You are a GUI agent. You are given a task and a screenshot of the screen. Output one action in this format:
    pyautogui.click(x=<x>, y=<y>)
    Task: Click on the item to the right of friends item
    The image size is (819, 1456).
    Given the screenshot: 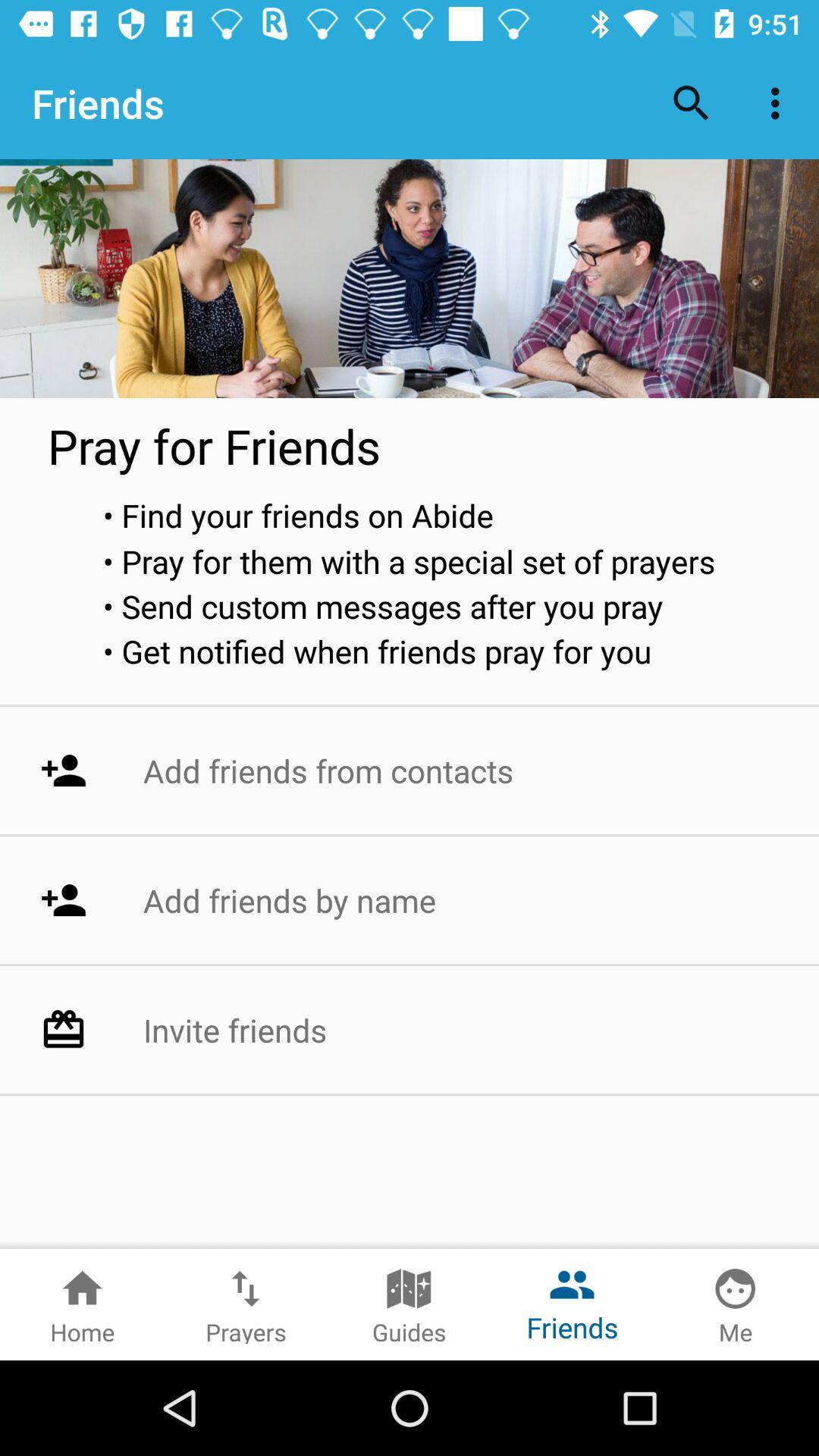 What is the action you would take?
    pyautogui.click(x=691, y=102)
    